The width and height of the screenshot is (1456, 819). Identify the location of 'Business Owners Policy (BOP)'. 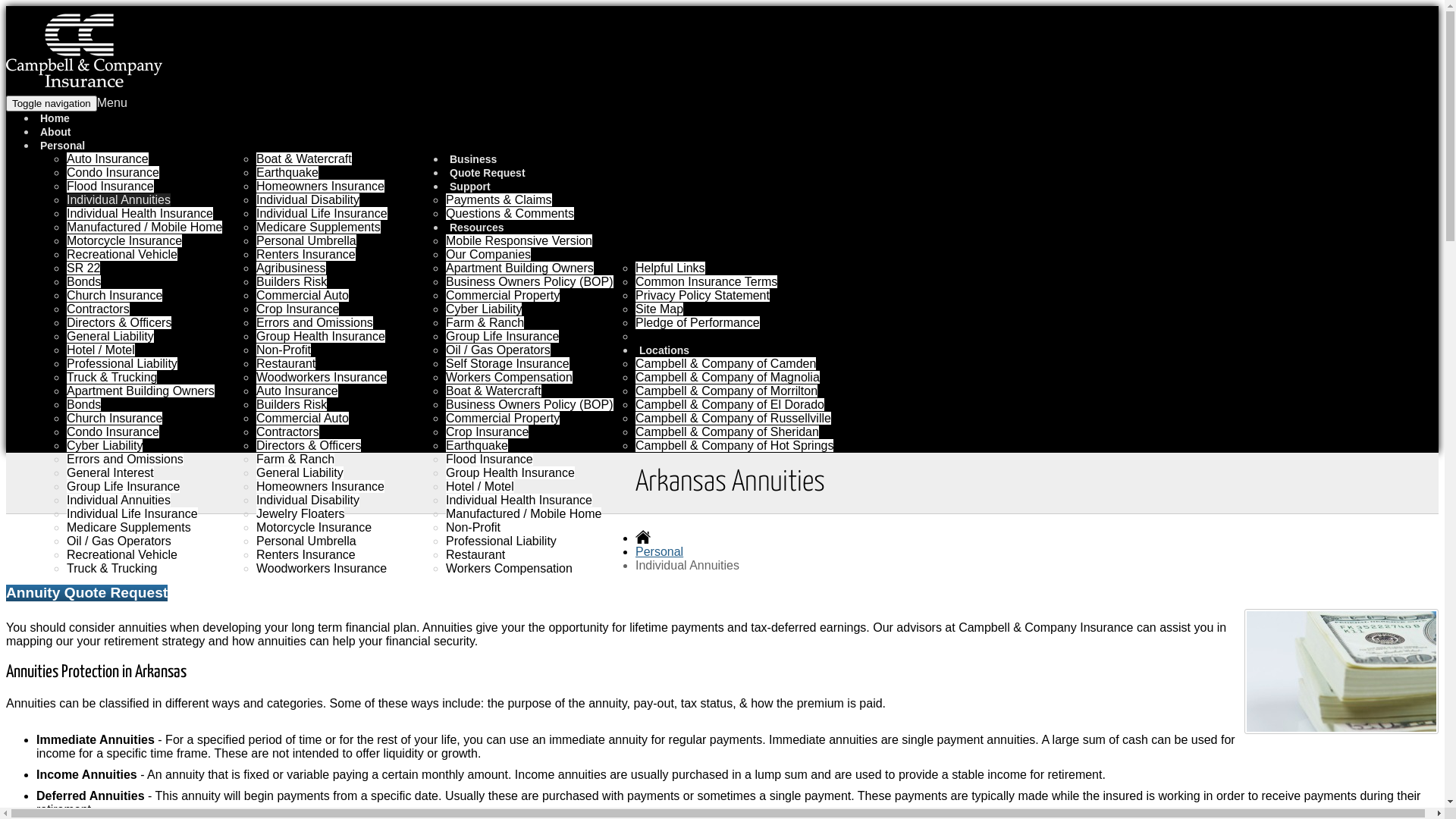
(529, 281).